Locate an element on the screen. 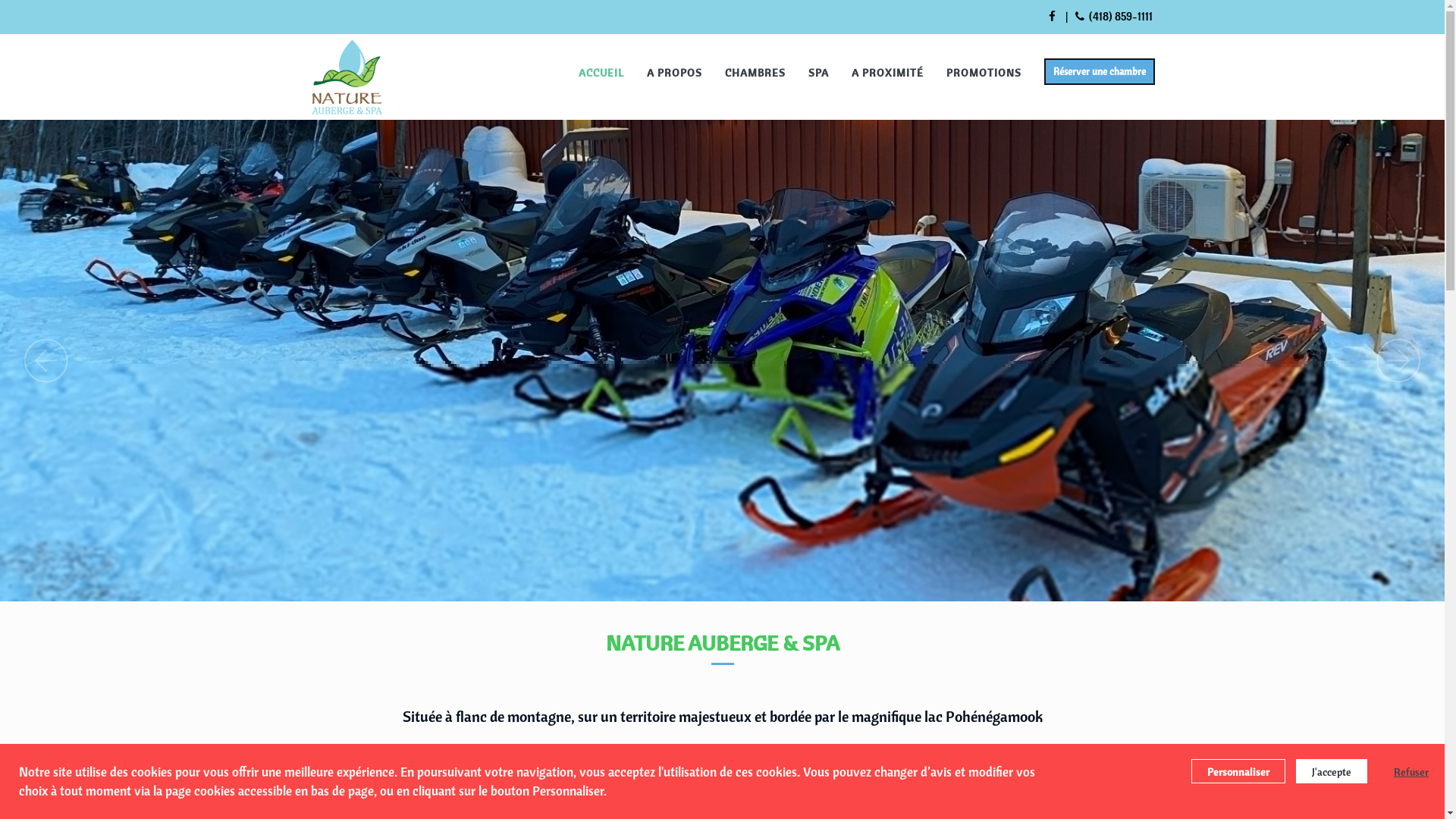  '  (418) 859-1111' is located at coordinates (1113, 16).